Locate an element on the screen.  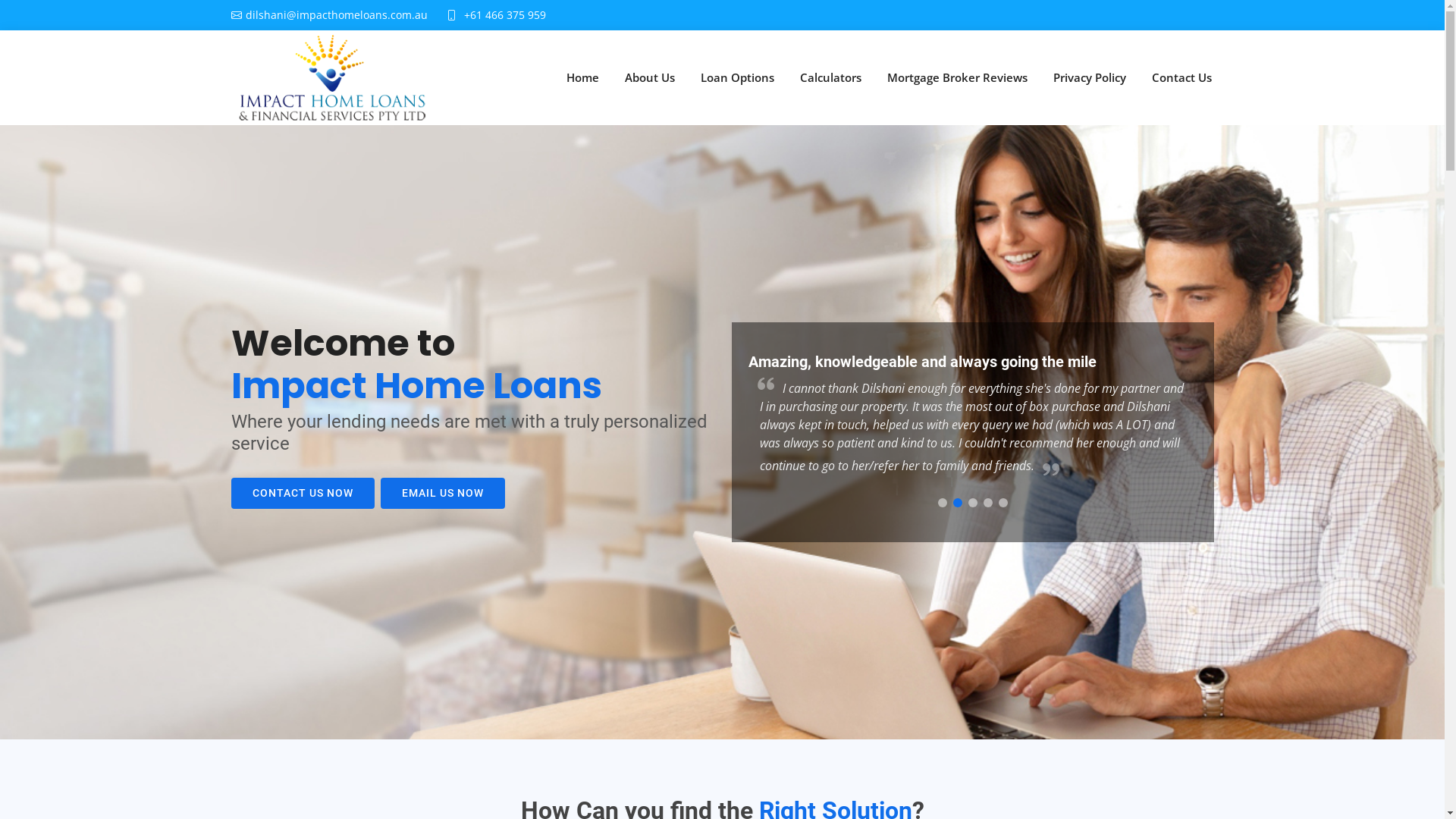
'About Us' is located at coordinates (648, 77).